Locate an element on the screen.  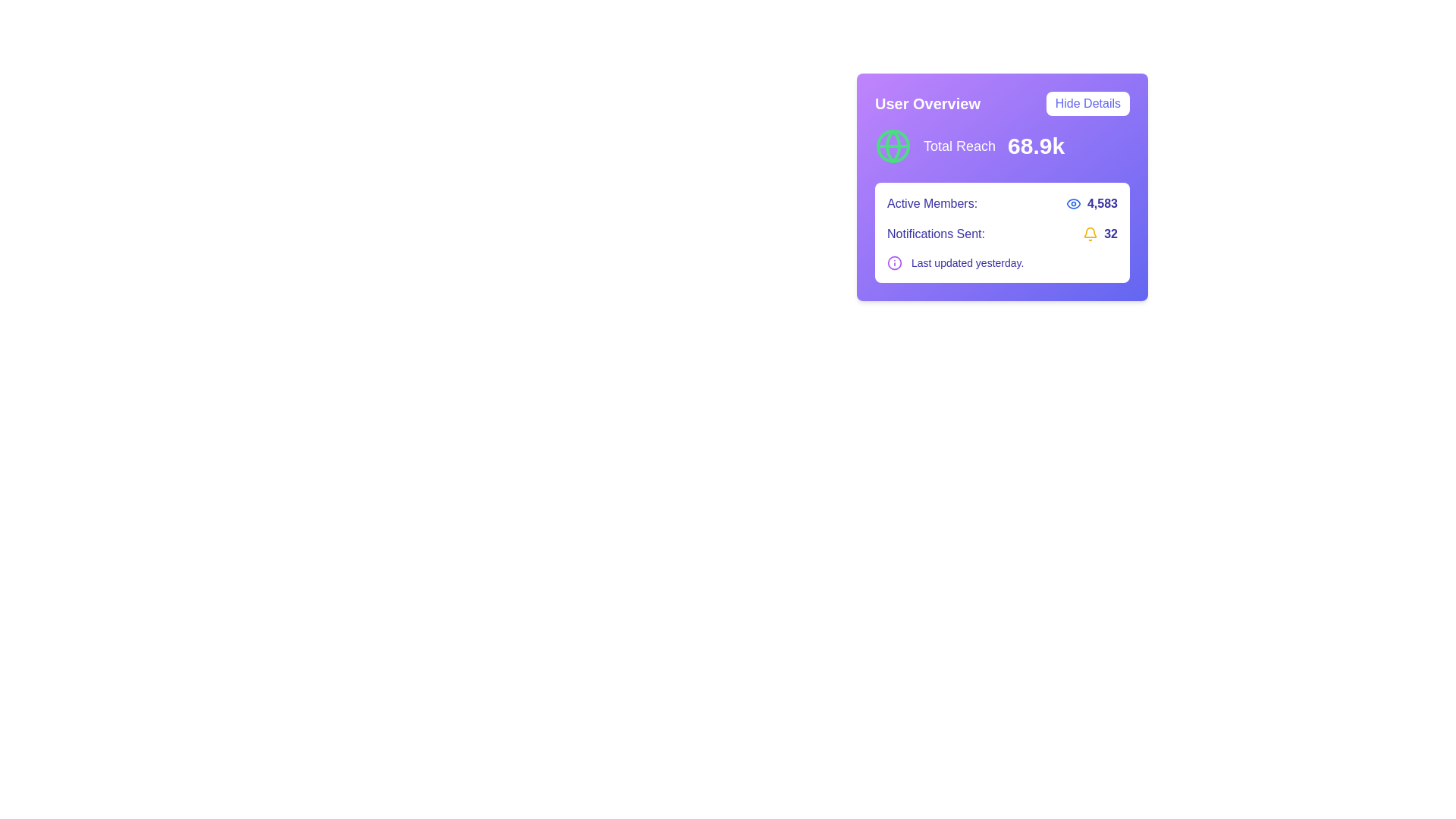
the Text Label element that serves as the heading for the widget, located in the upper-left section of the purple widget, to the left of the 'Hide Details' button is located at coordinates (927, 103).